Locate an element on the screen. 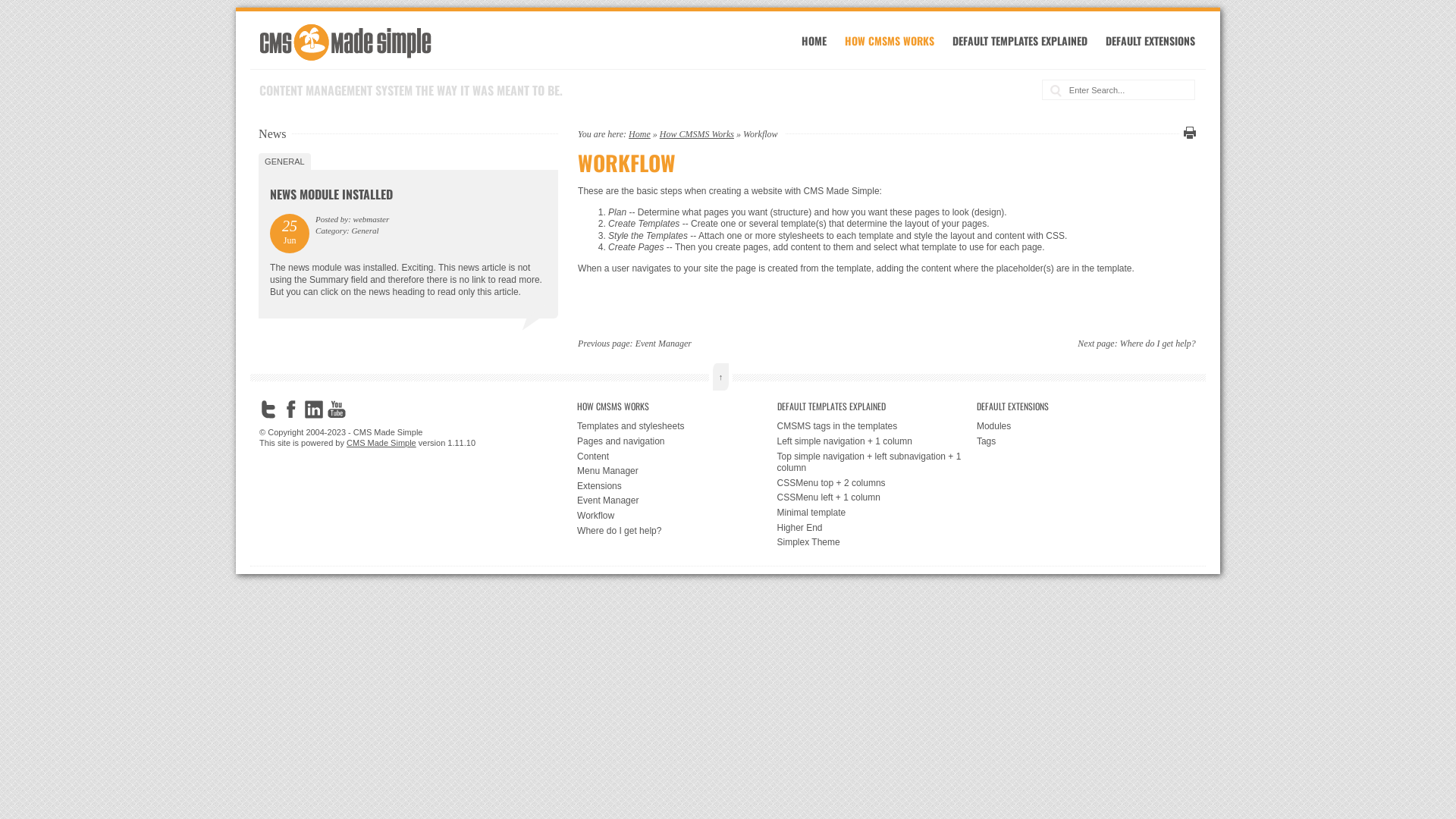 This screenshot has width=1456, height=819. 'GENERAL' is located at coordinates (284, 161).